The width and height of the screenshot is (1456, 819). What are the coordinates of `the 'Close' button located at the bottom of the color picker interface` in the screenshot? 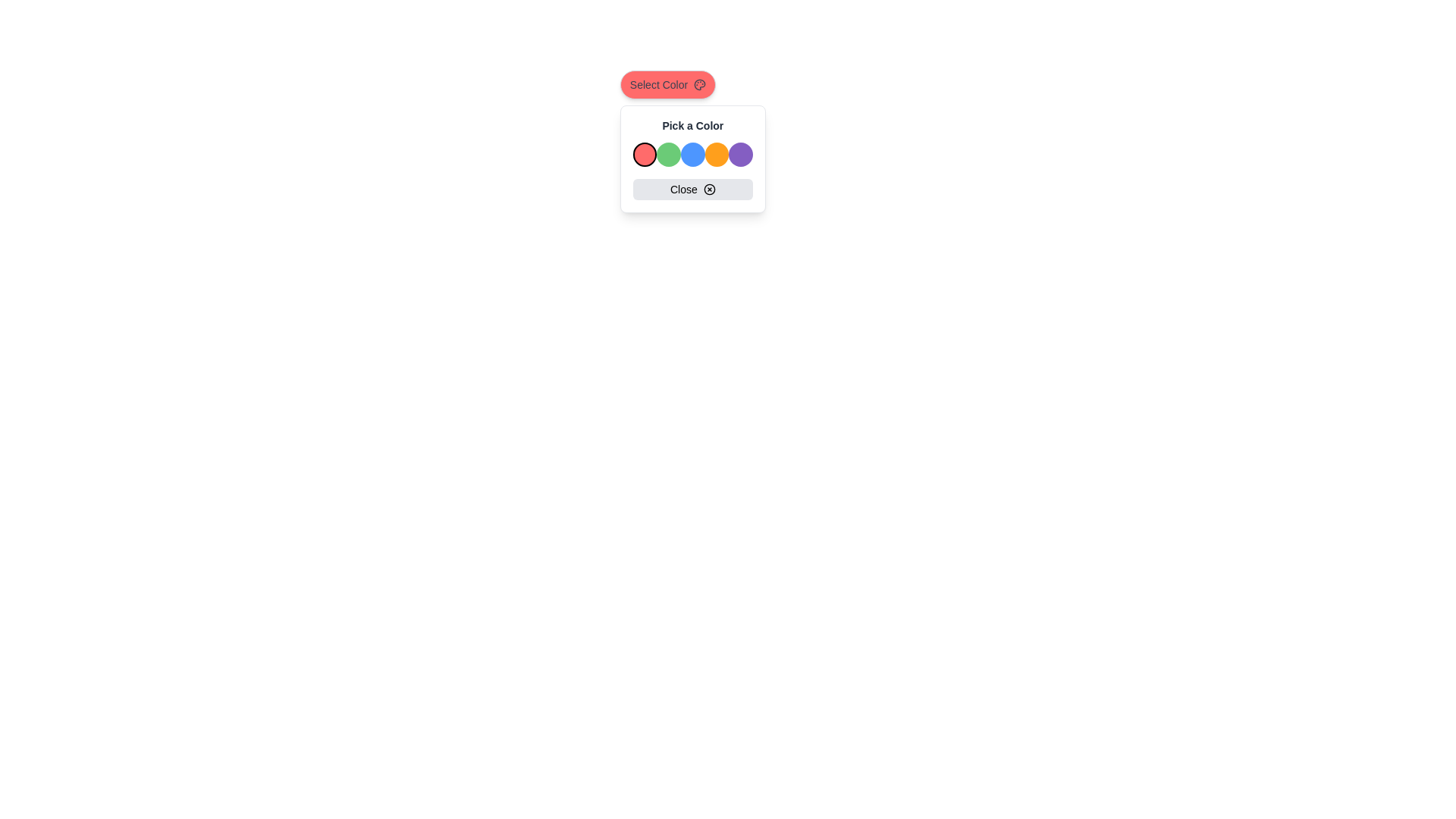 It's located at (692, 189).